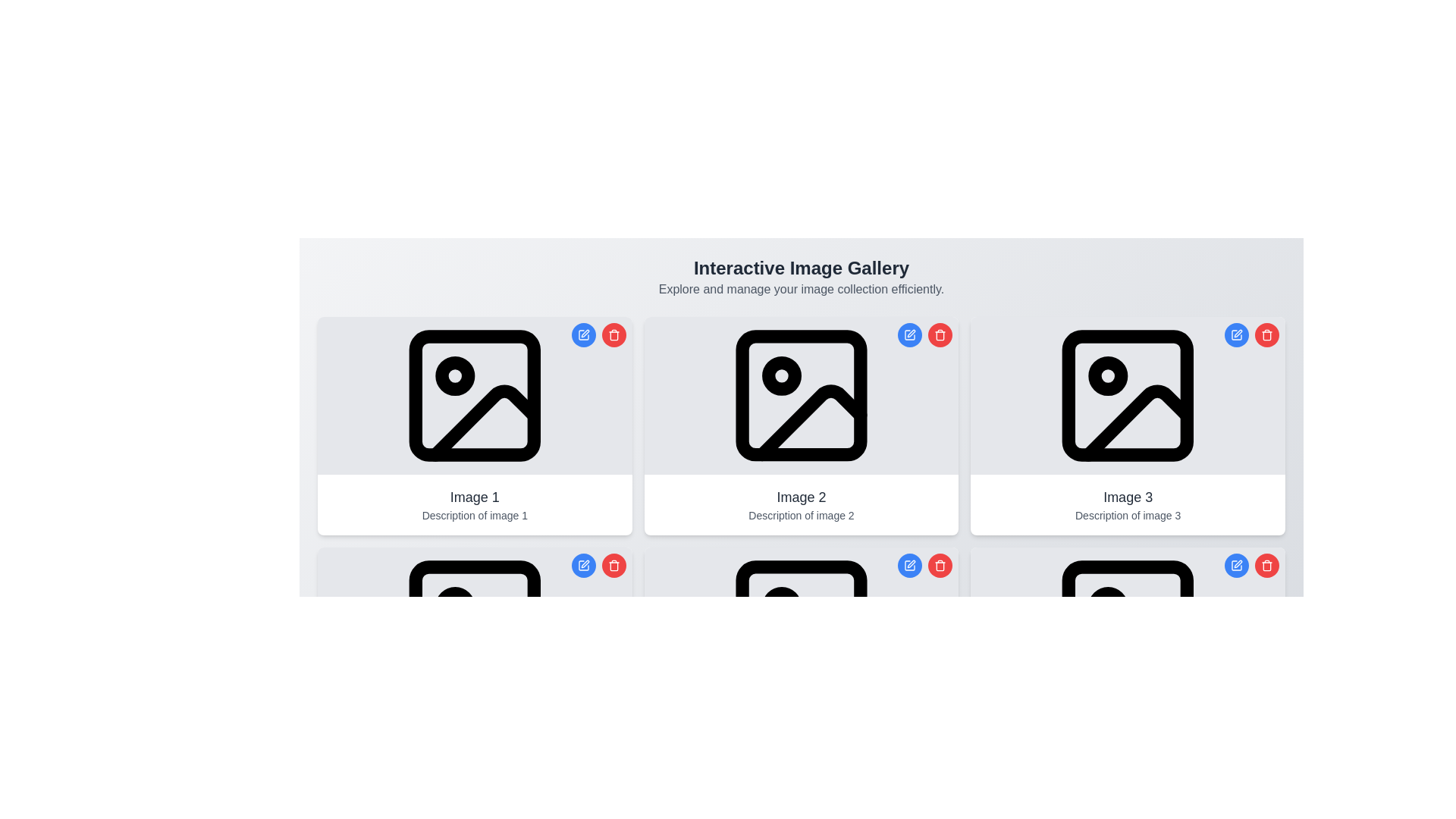 The height and width of the screenshot is (819, 1456). I want to click on the edit button located in the top-right corner of the 'Image 1' card to initiate an edit action, so click(582, 334).